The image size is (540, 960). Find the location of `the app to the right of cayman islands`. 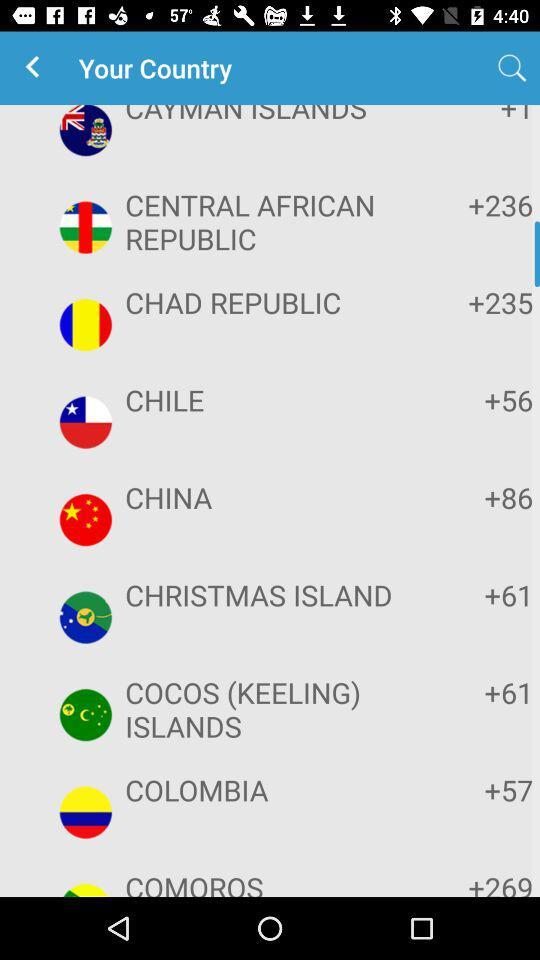

the app to the right of cayman islands is located at coordinates (512, 68).